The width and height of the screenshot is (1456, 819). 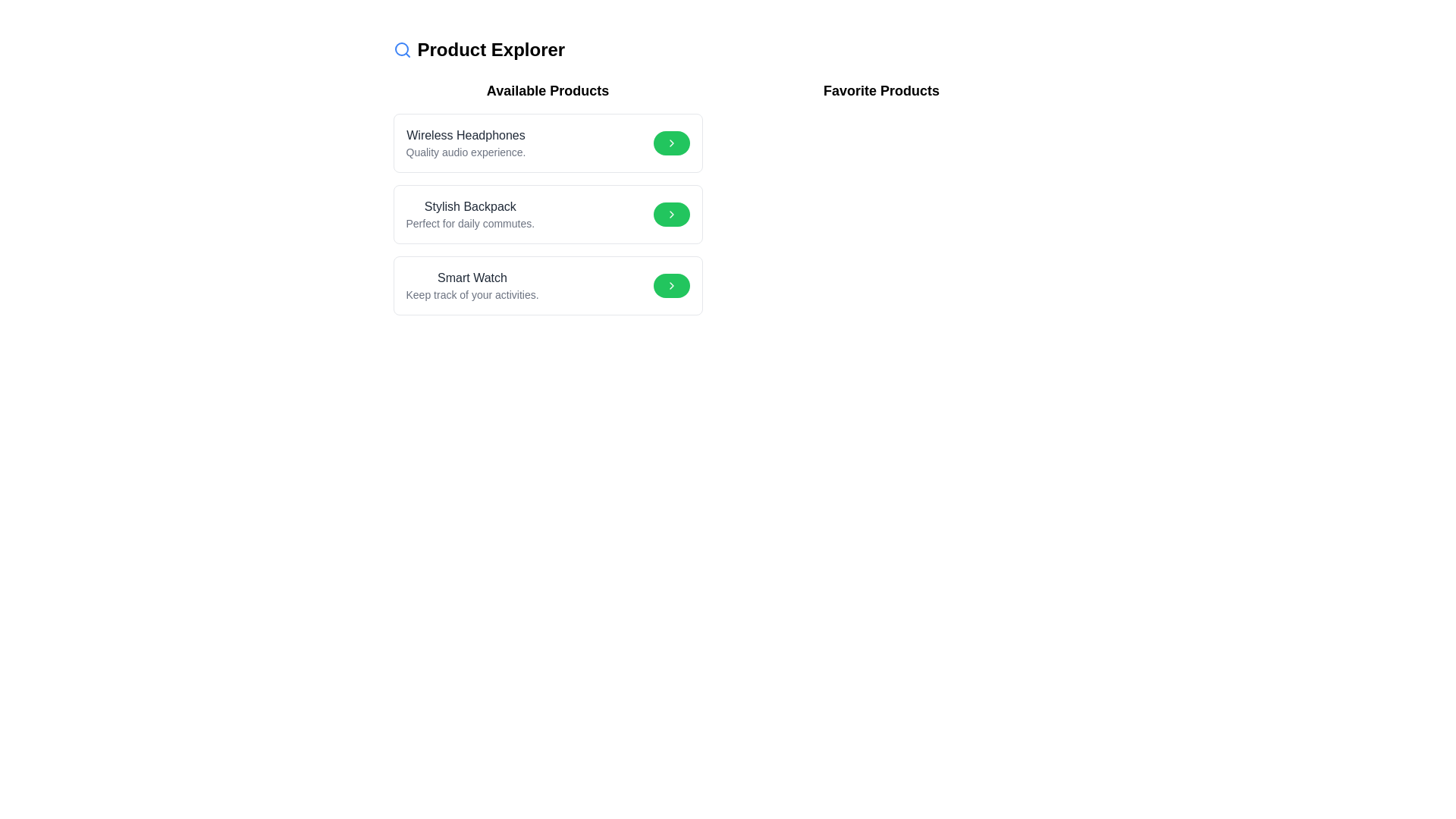 What do you see at coordinates (472, 278) in the screenshot?
I see `the text label displaying 'Smart Watch' in the 'Available Products' section of the 'Product Explorer' interface, which is positioned above the text 'Keep track of your activities.'` at bounding box center [472, 278].